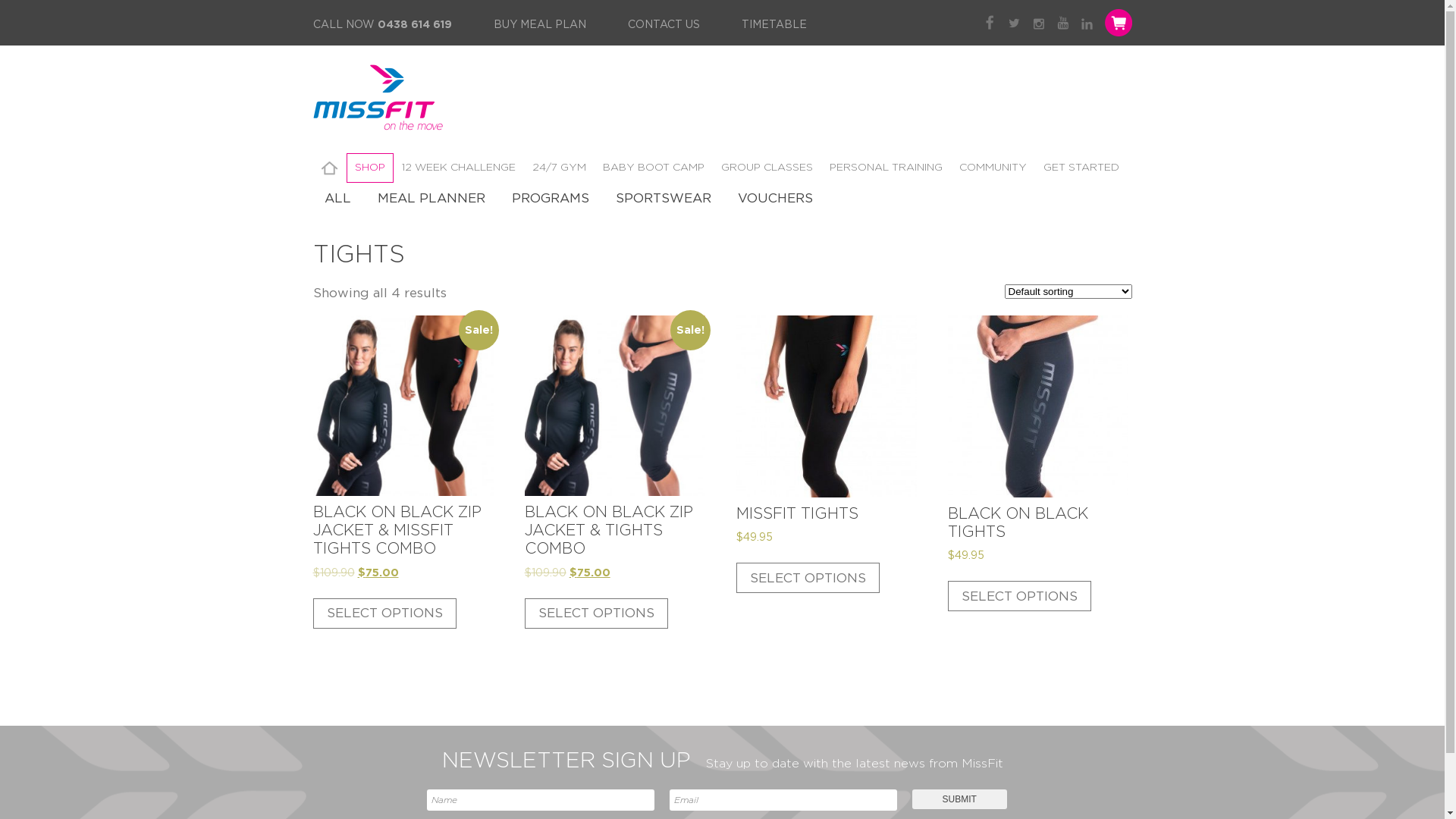 The height and width of the screenshot is (819, 1456). Describe the element at coordinates (1086, 23) in the screenshot. I see `'LinkedIn'` at that location.